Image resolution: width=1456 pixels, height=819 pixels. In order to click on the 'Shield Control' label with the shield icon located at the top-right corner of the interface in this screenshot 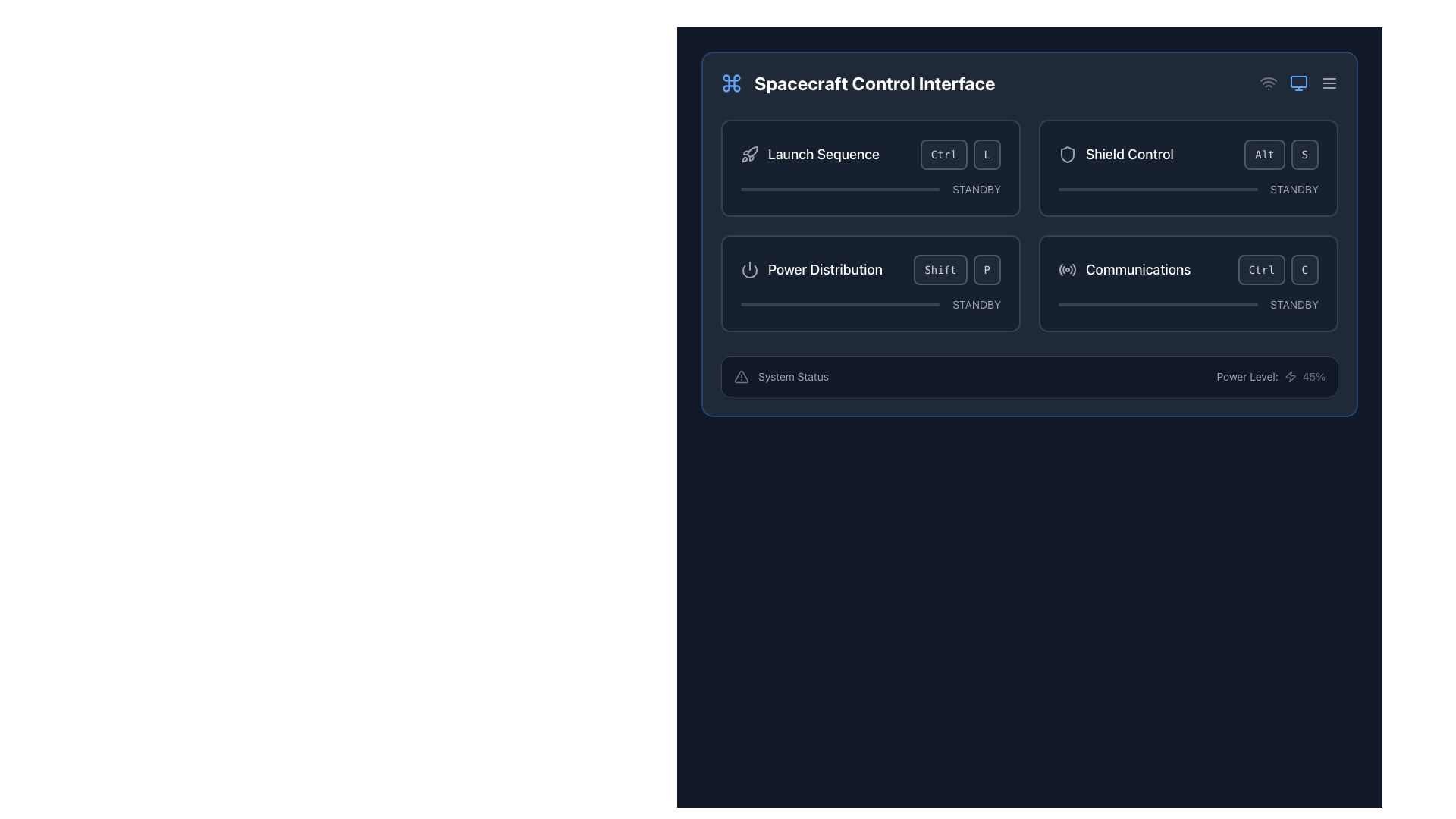, I will do `click(1116, 155)`.